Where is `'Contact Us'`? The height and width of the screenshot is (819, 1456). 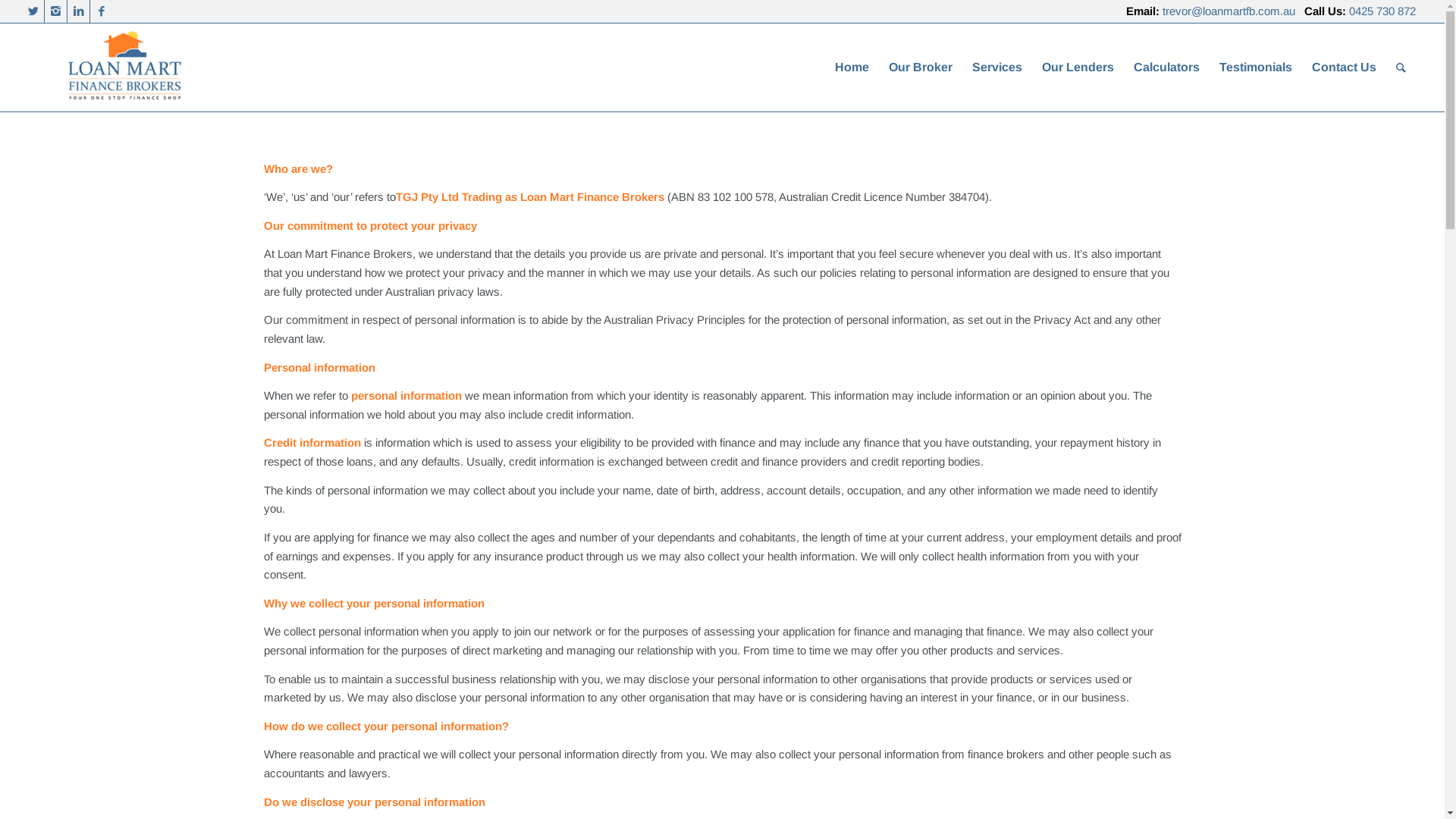 'Contact Us' is located at coordinates (1344, 66).